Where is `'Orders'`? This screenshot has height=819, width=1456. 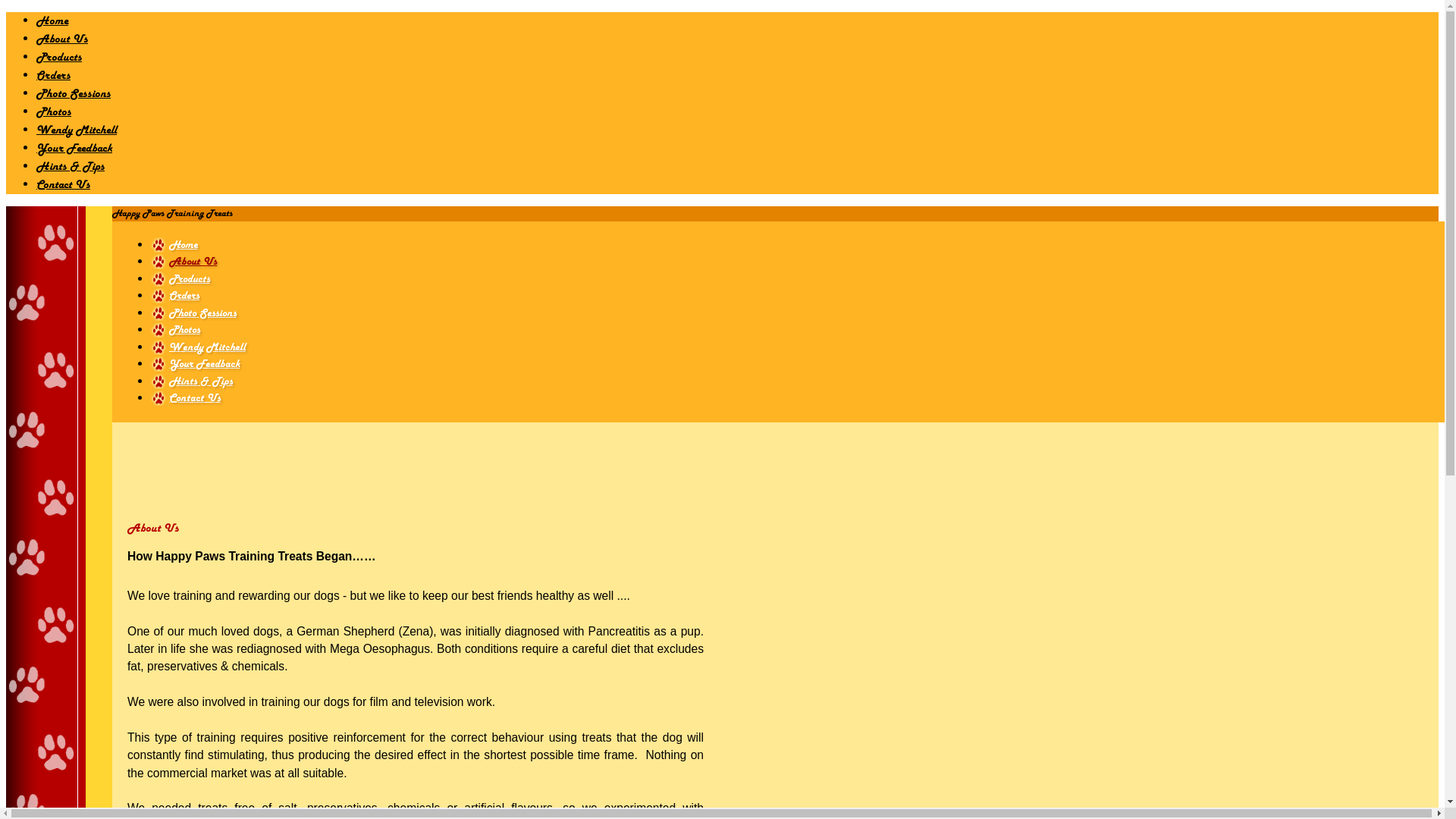
'Orders' is located at coordinates (149, 295).